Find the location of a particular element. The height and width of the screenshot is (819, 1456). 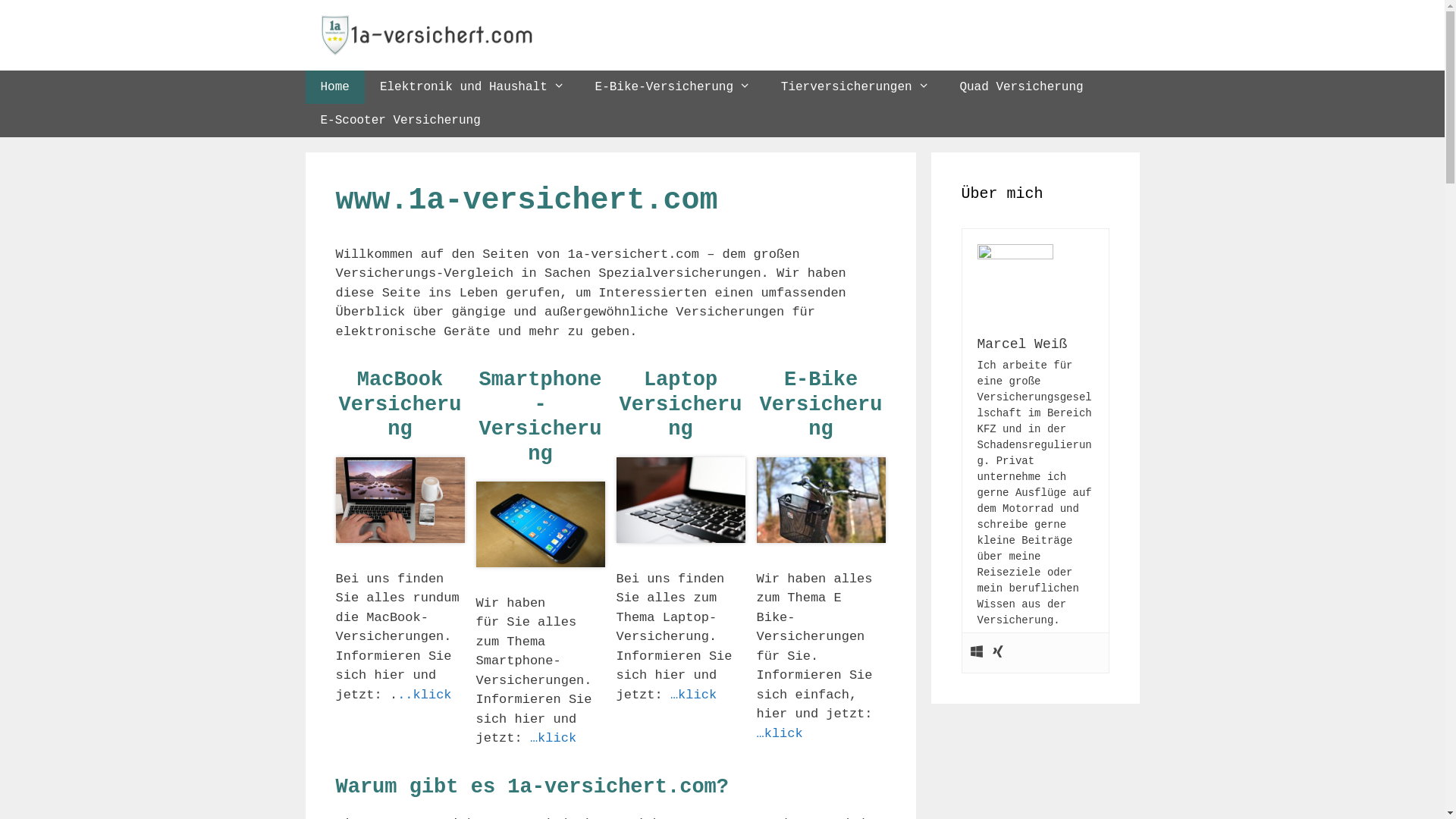

'Elektronik und Haushalt' is located at coordinates (472, 87).